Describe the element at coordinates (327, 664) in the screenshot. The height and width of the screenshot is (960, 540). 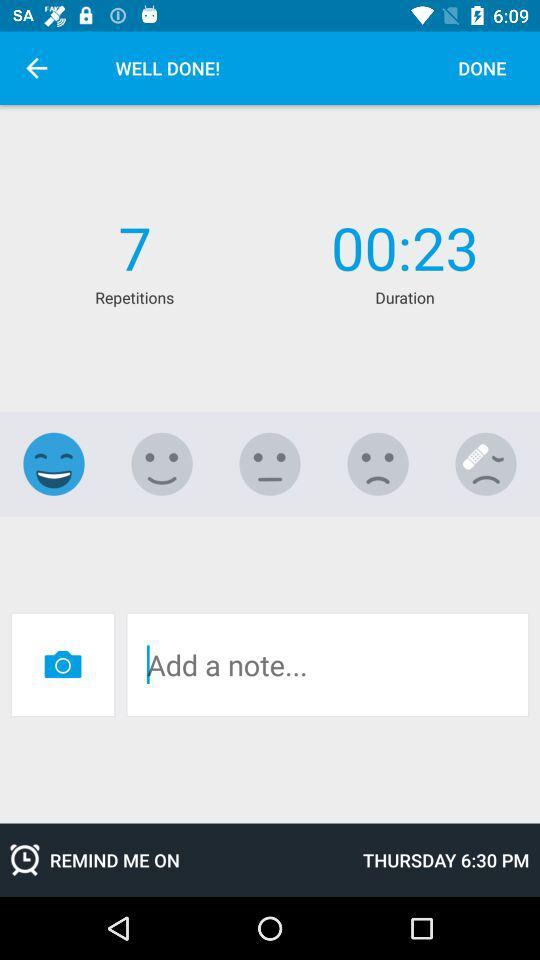
I see `a note` at that location.